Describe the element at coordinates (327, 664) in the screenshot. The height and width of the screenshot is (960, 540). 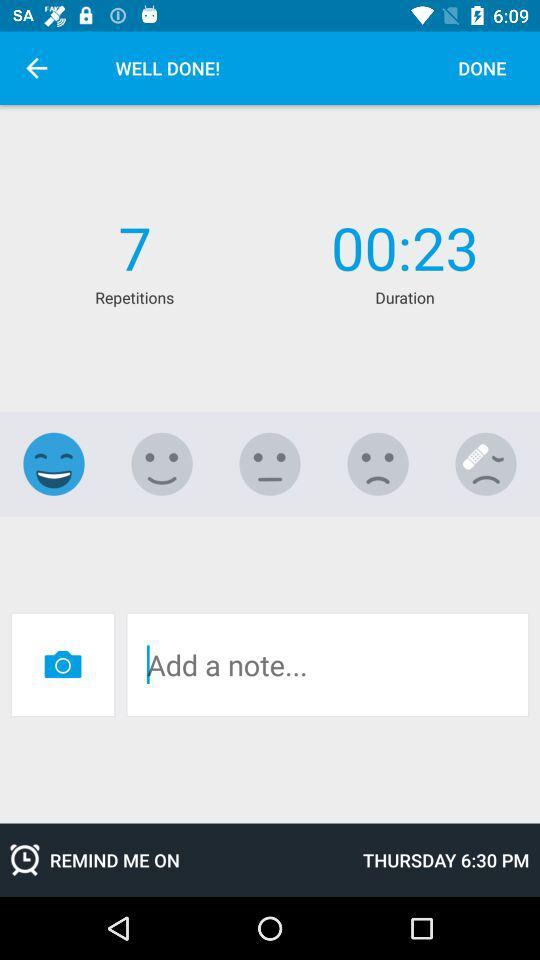
I see `a note` at that location.